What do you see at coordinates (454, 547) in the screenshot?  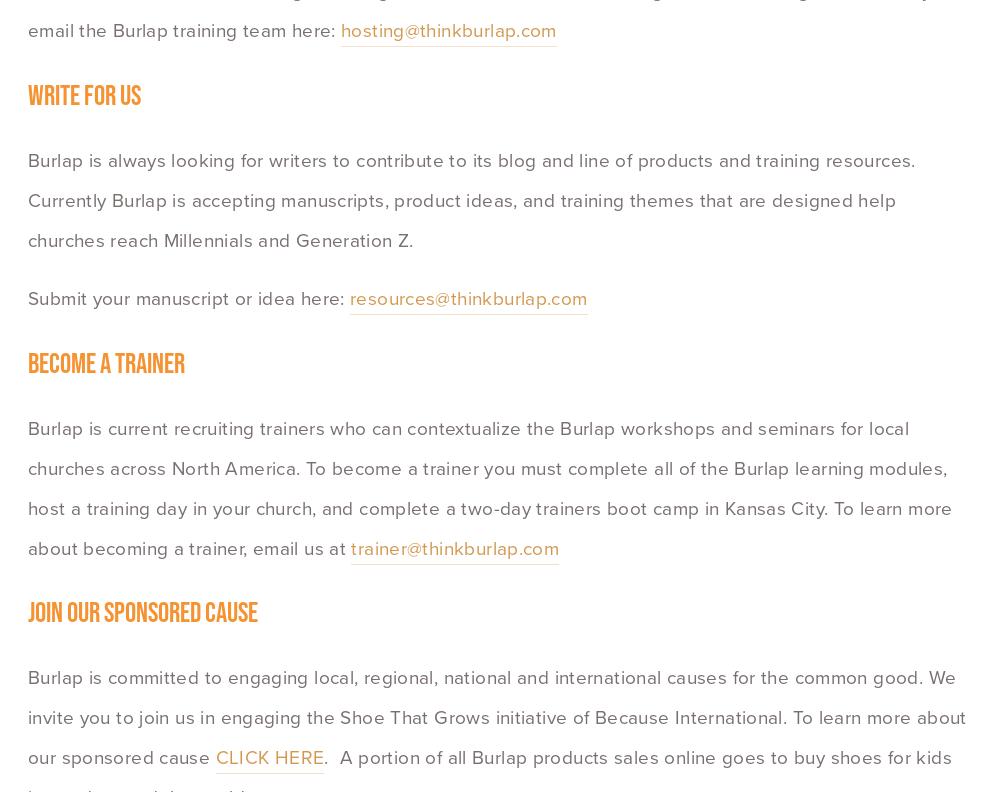 I see `'trainer@thinkburlap.com'` at bounding box center [454, 547].